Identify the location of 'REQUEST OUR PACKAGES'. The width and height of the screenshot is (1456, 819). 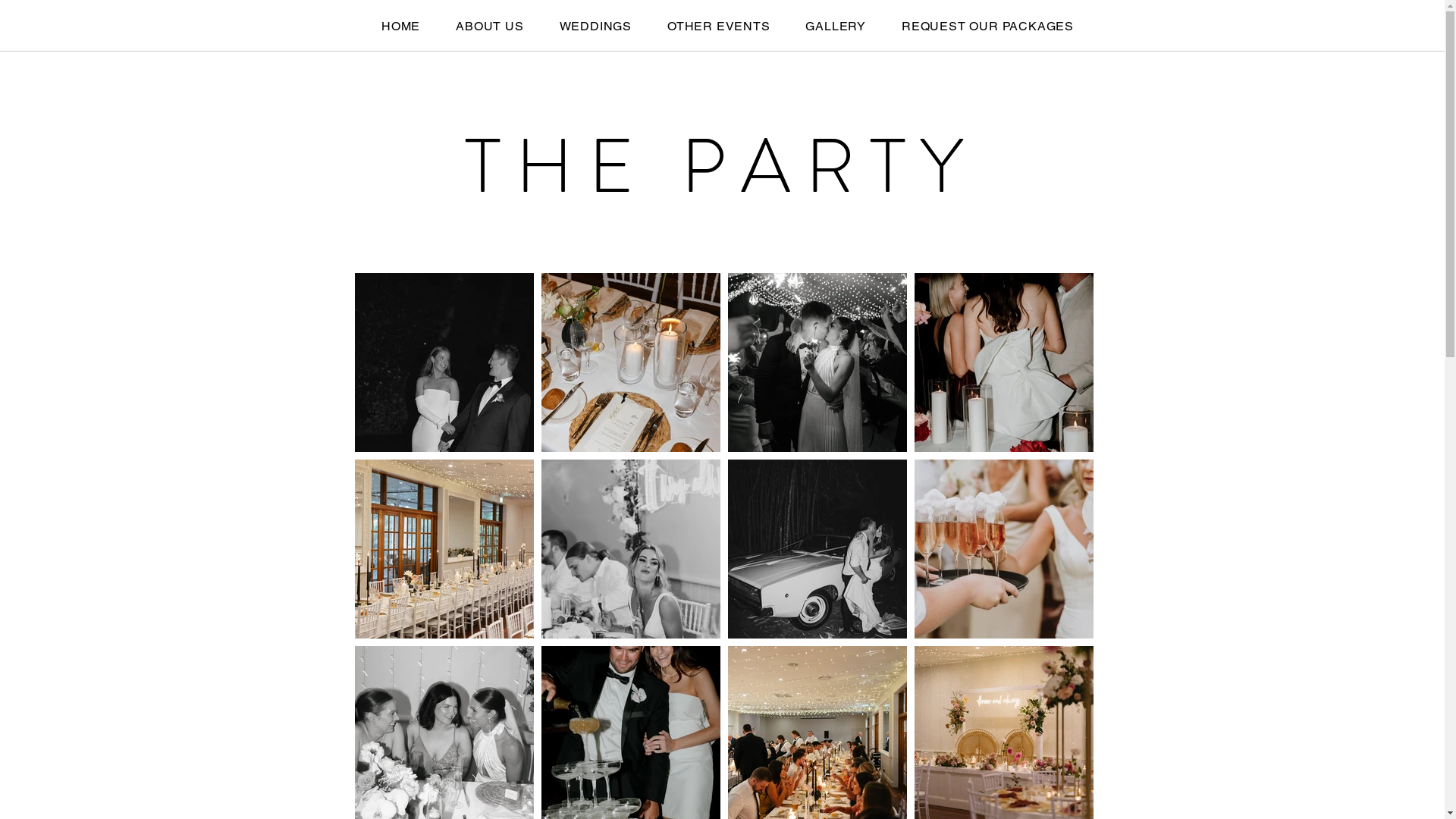
(987, 26).